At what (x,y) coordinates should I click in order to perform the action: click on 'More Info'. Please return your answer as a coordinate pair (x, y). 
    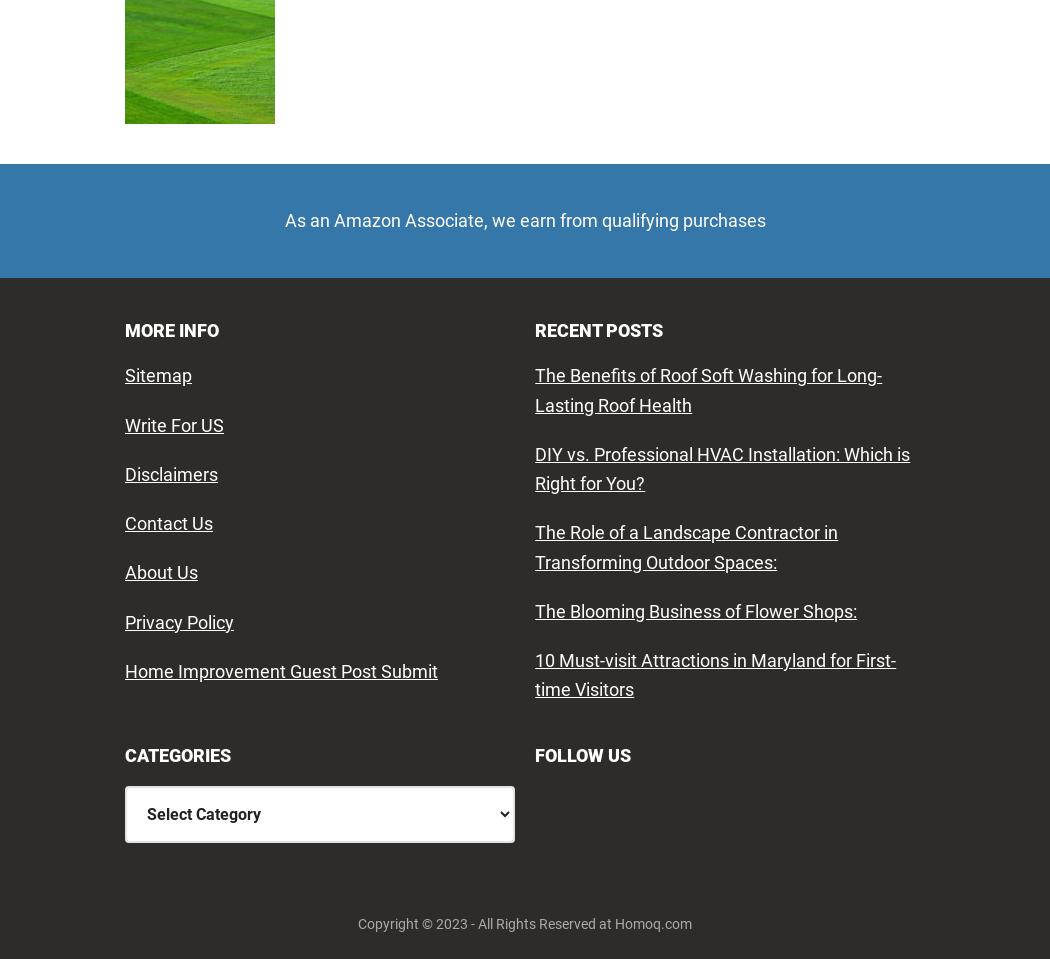
    Looking at the image, I should click on (171, 328).